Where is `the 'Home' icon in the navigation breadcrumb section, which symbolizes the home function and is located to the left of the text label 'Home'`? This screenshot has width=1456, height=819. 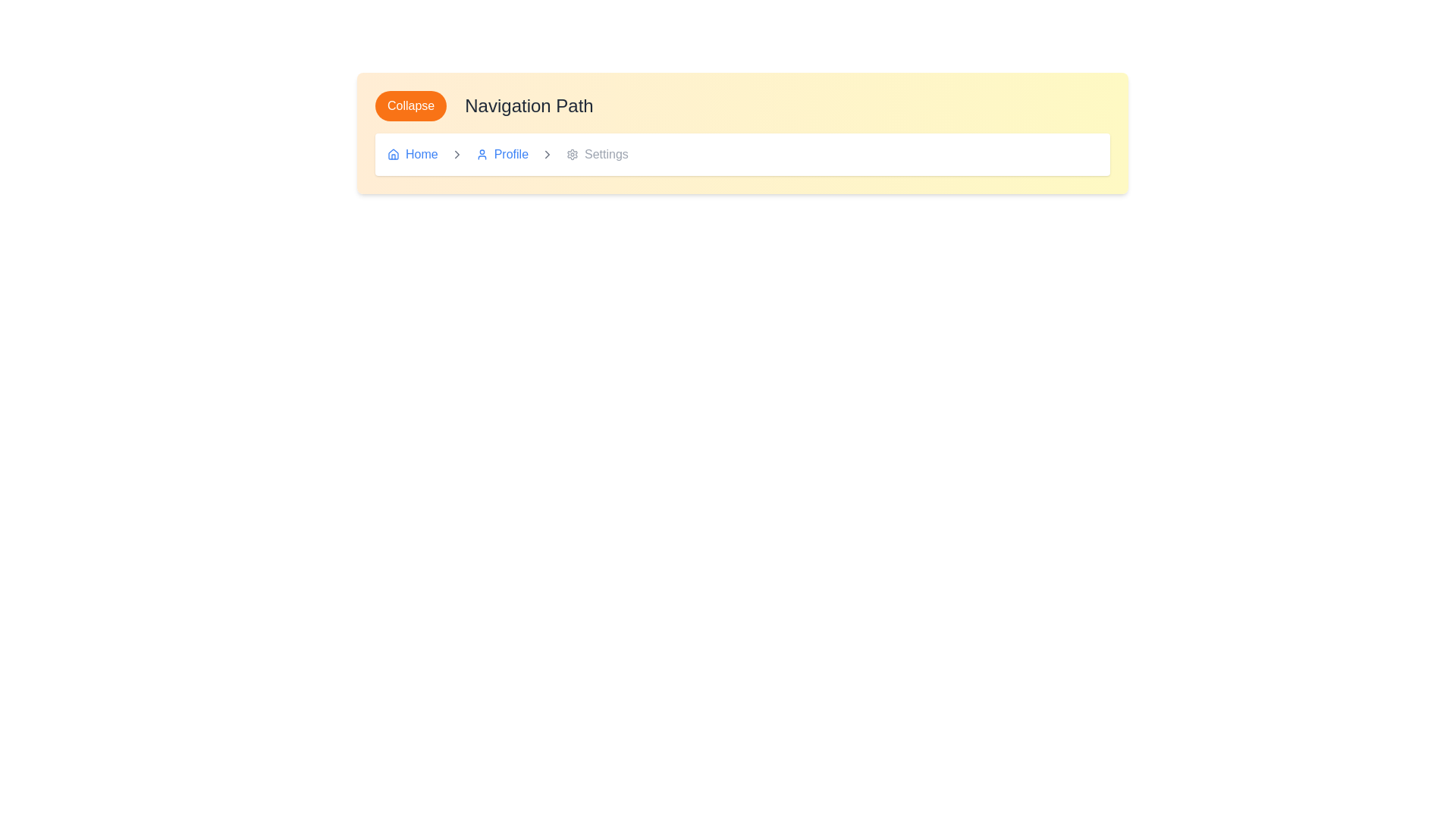
the 'Home' icon in the navigation breadcrumb section, which symbolizes the home function and is located to the left of the text label 'Home' is located at coordinates (393, 155).